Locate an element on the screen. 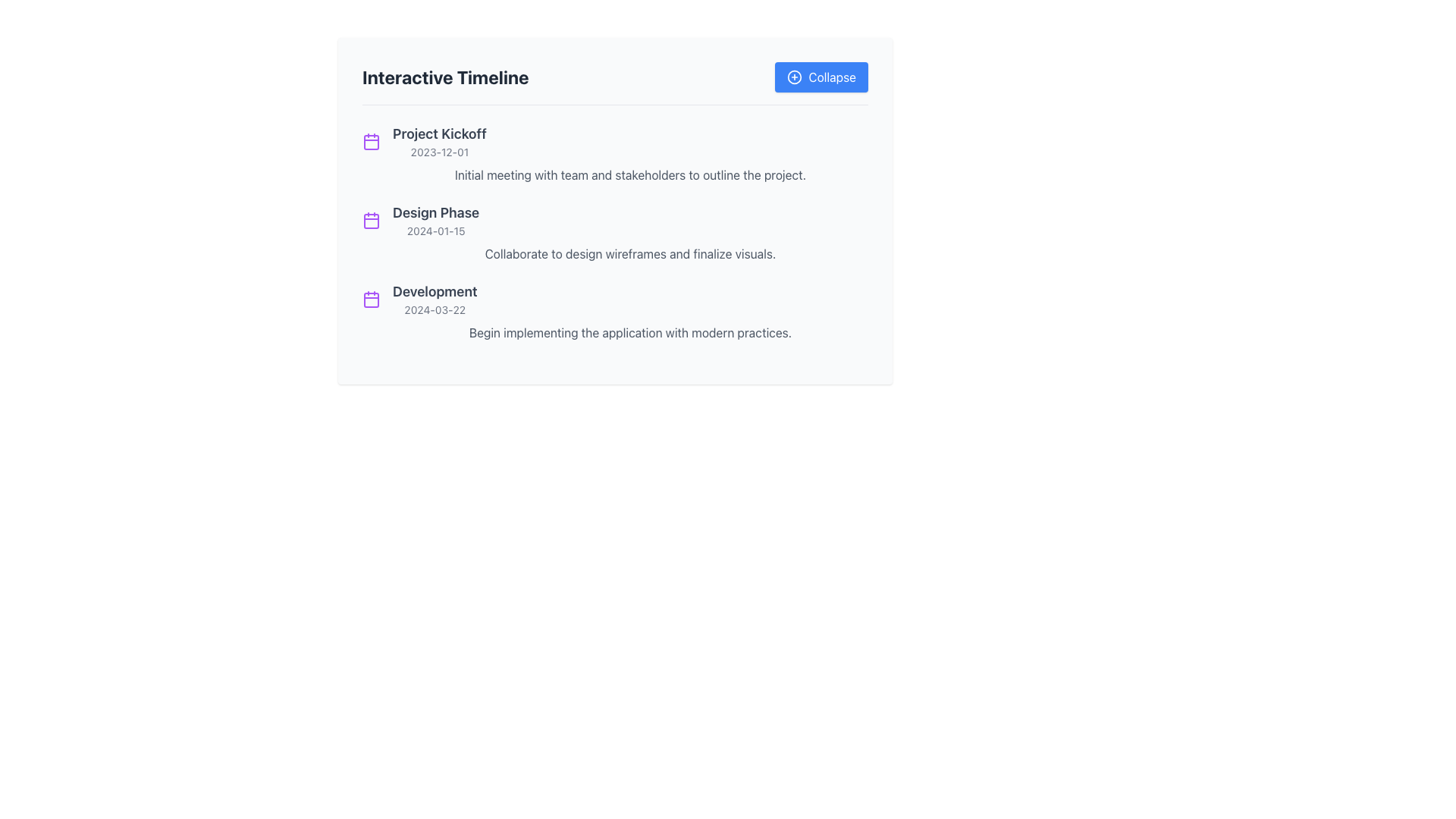 Image resolution: width=1456 pixels, height=819 pixels. the text block representing a specific phase or milestone in the project timeline, located in the third row of the 'Interactive Timeline' section, below the 'Design Phase' entry is located at coordinates (615, 299).